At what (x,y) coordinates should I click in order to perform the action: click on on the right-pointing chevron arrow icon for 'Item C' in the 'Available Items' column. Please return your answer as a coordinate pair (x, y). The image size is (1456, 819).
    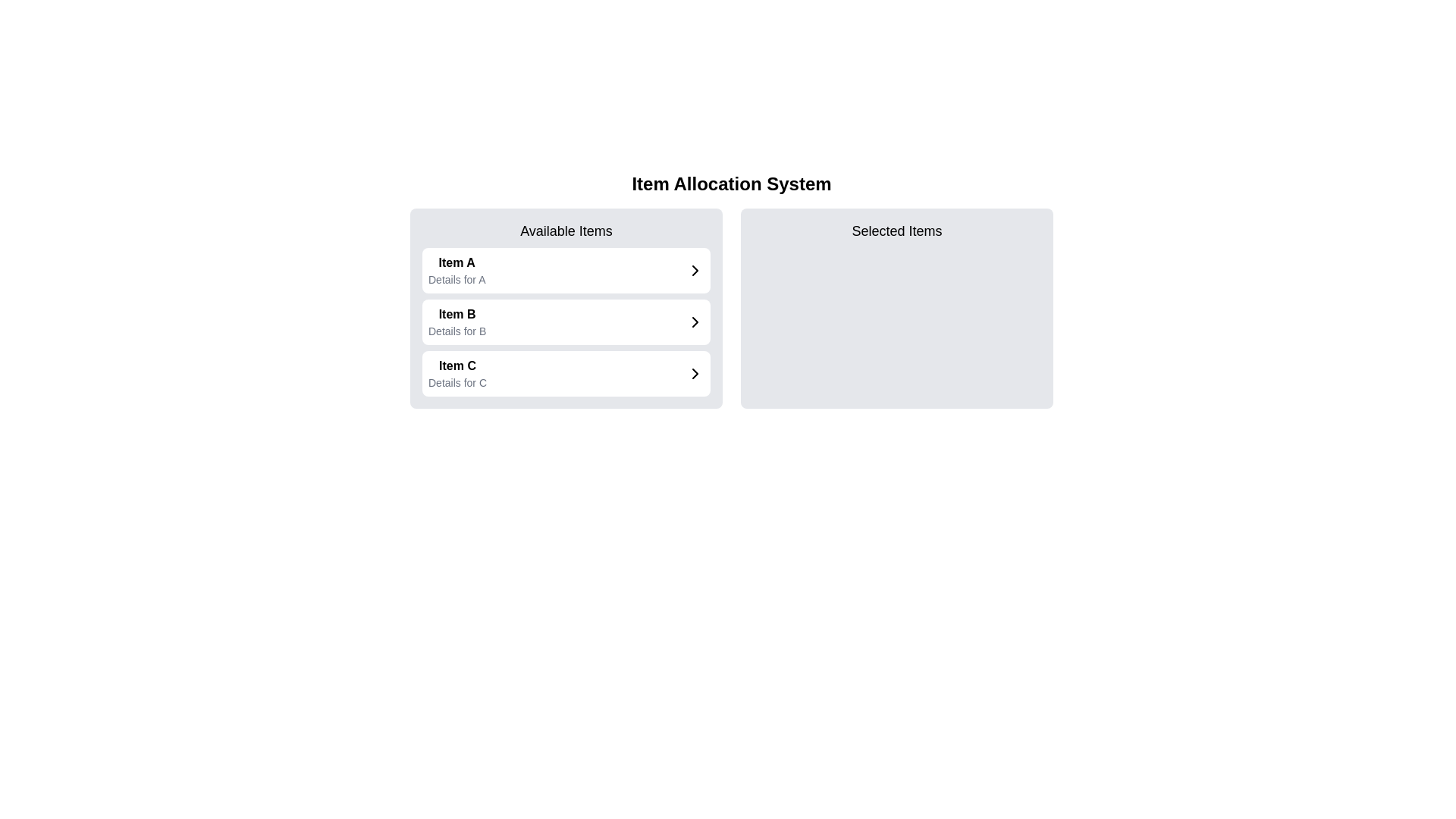
    Looking at the image, I should click on (694, 374).